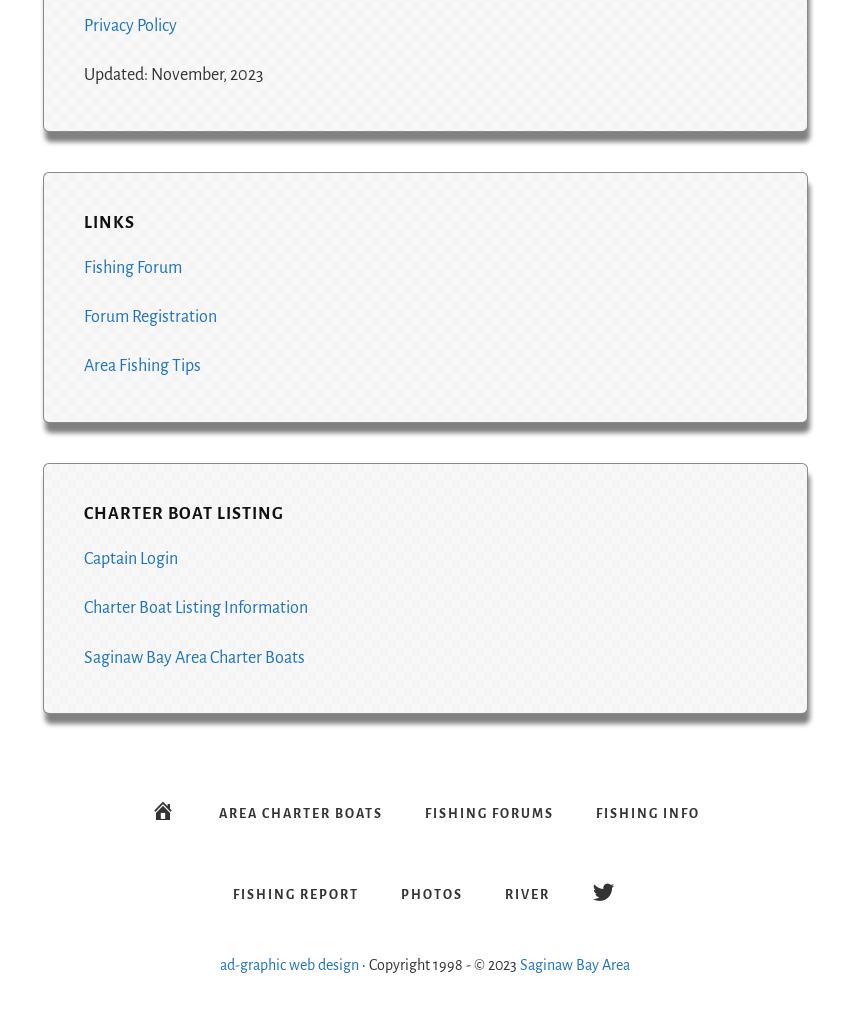 Image resolution: width=850 pixels, height=1030 pixels. What do you see at coordinates (182, 512) in the screenshot?
I see `'Charter Boat Listing'` at bounding box center [182, 512].